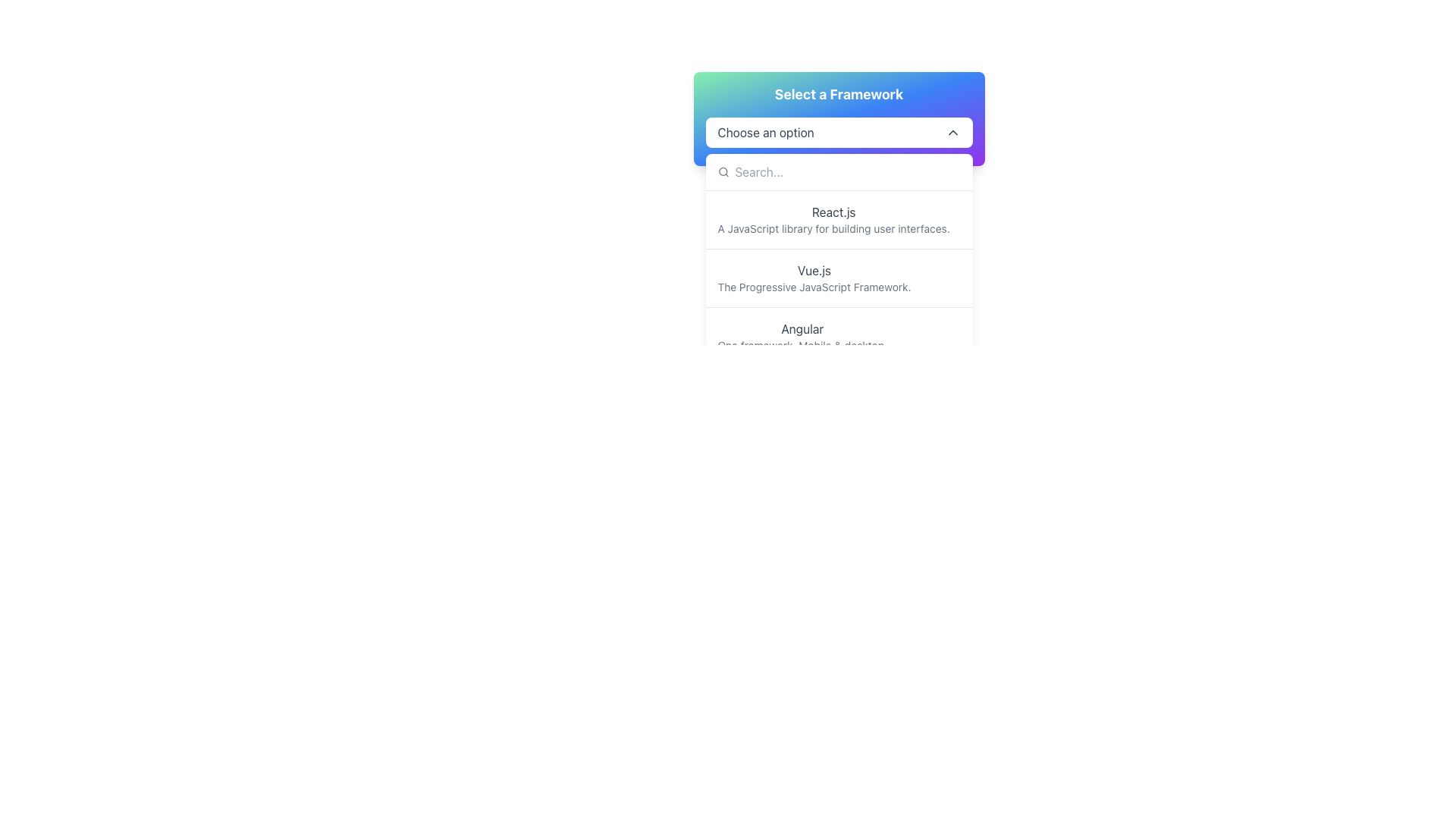  What do you see at coordinates (838, 118) in the screenshot?
I see `the Dropdown menu used for selecting a JavaScript framework located` at bounding box center [838, 118].